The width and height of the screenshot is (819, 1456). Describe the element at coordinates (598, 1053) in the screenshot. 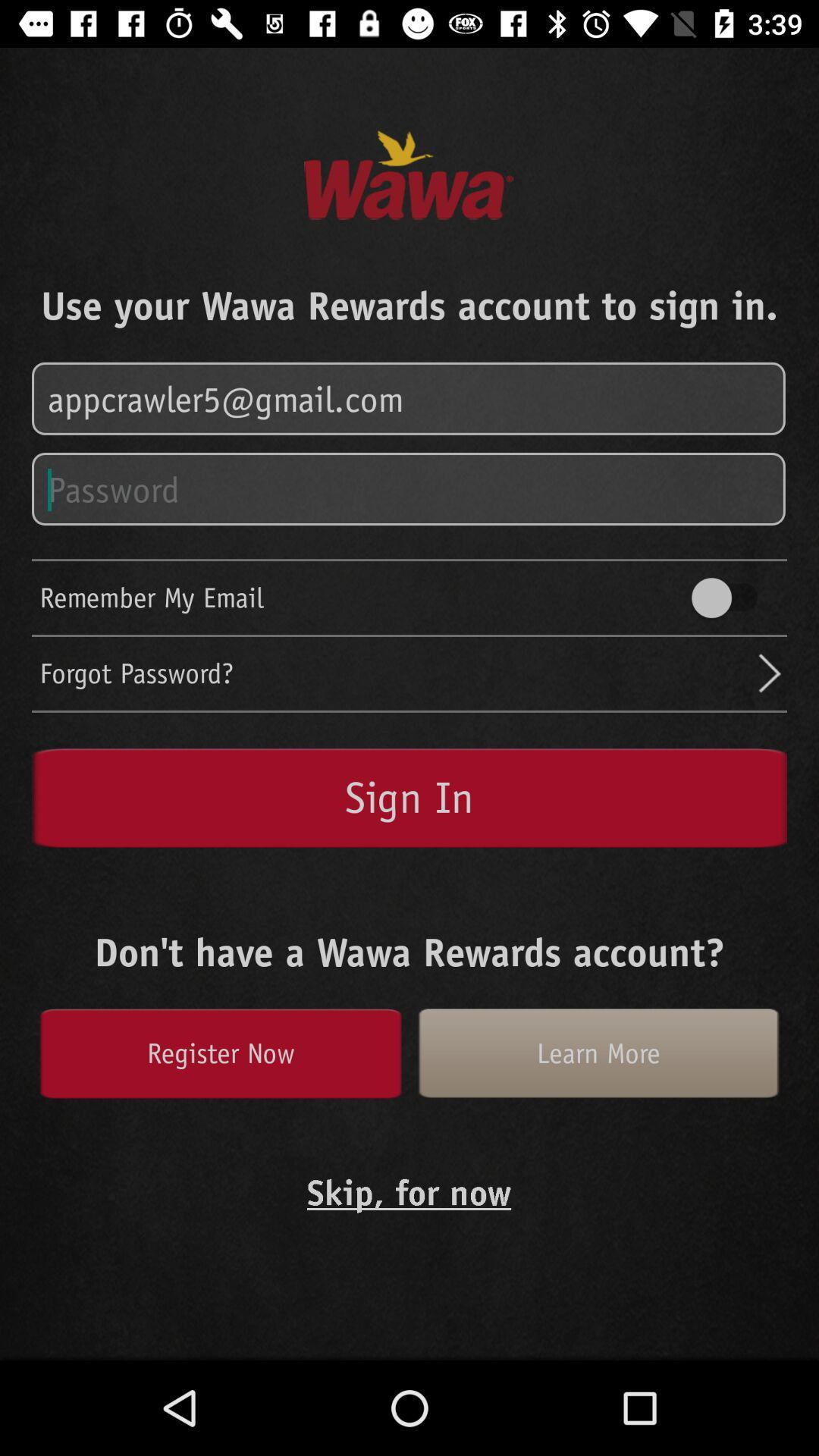

I see `the icon below the don t have item` at that location.